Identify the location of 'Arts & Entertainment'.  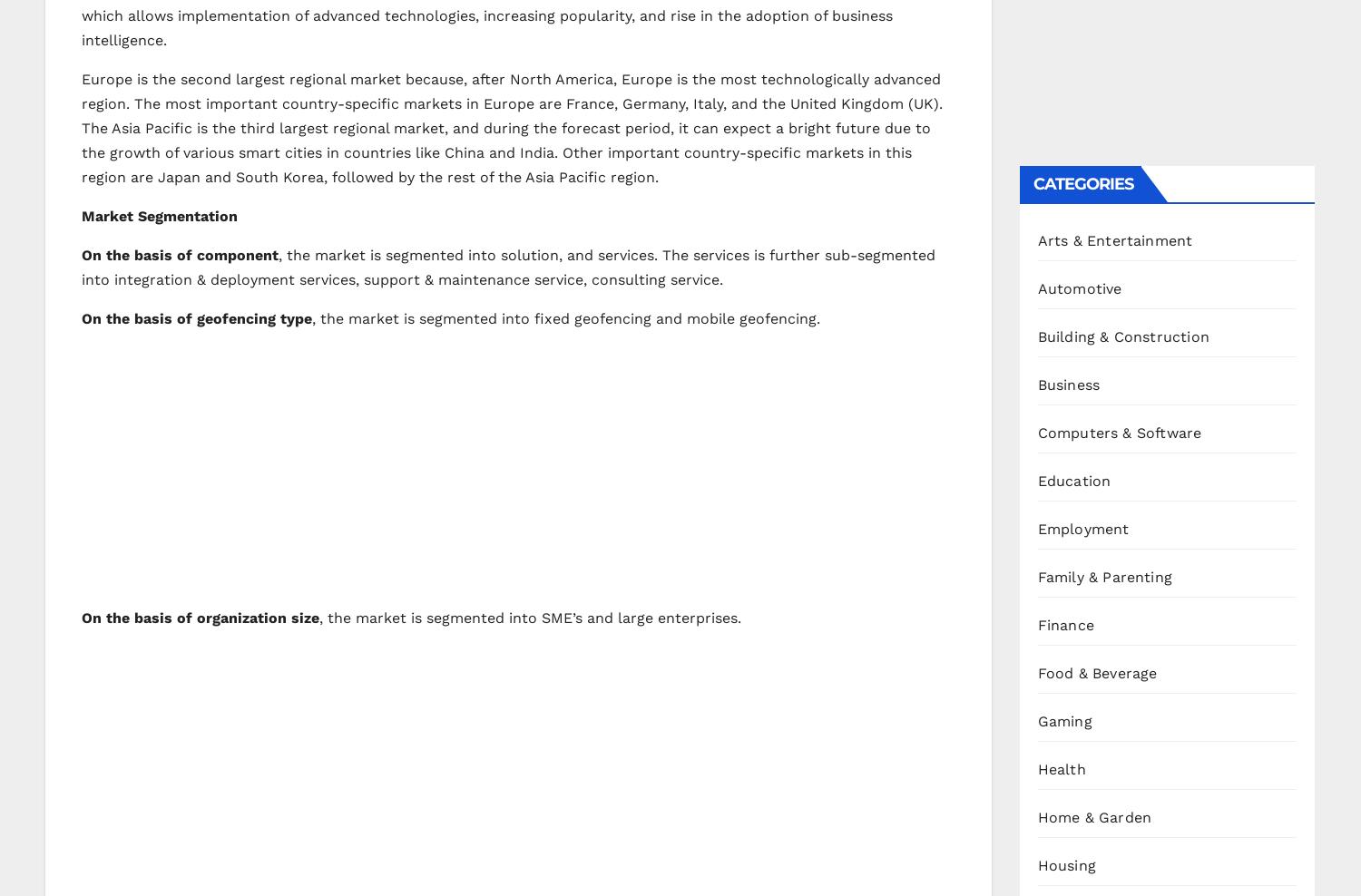
(1113, 239).